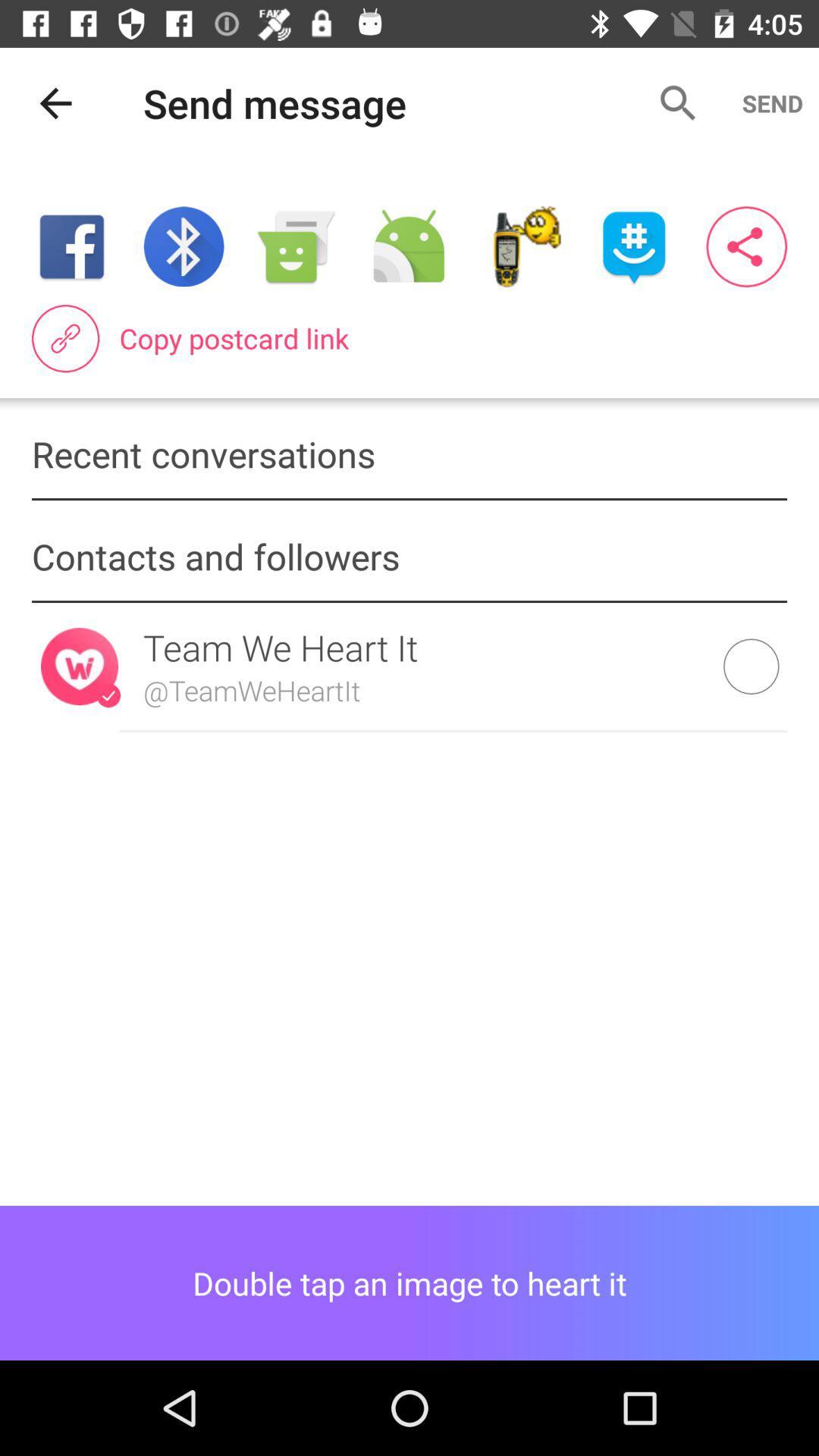 Image resolution: width=819 pixels, height=1456 pixels. What do you see at coordinates (55, 102) in the screenshot?
I see `the icon next to the send message icon` at bounding box center [55, 102].